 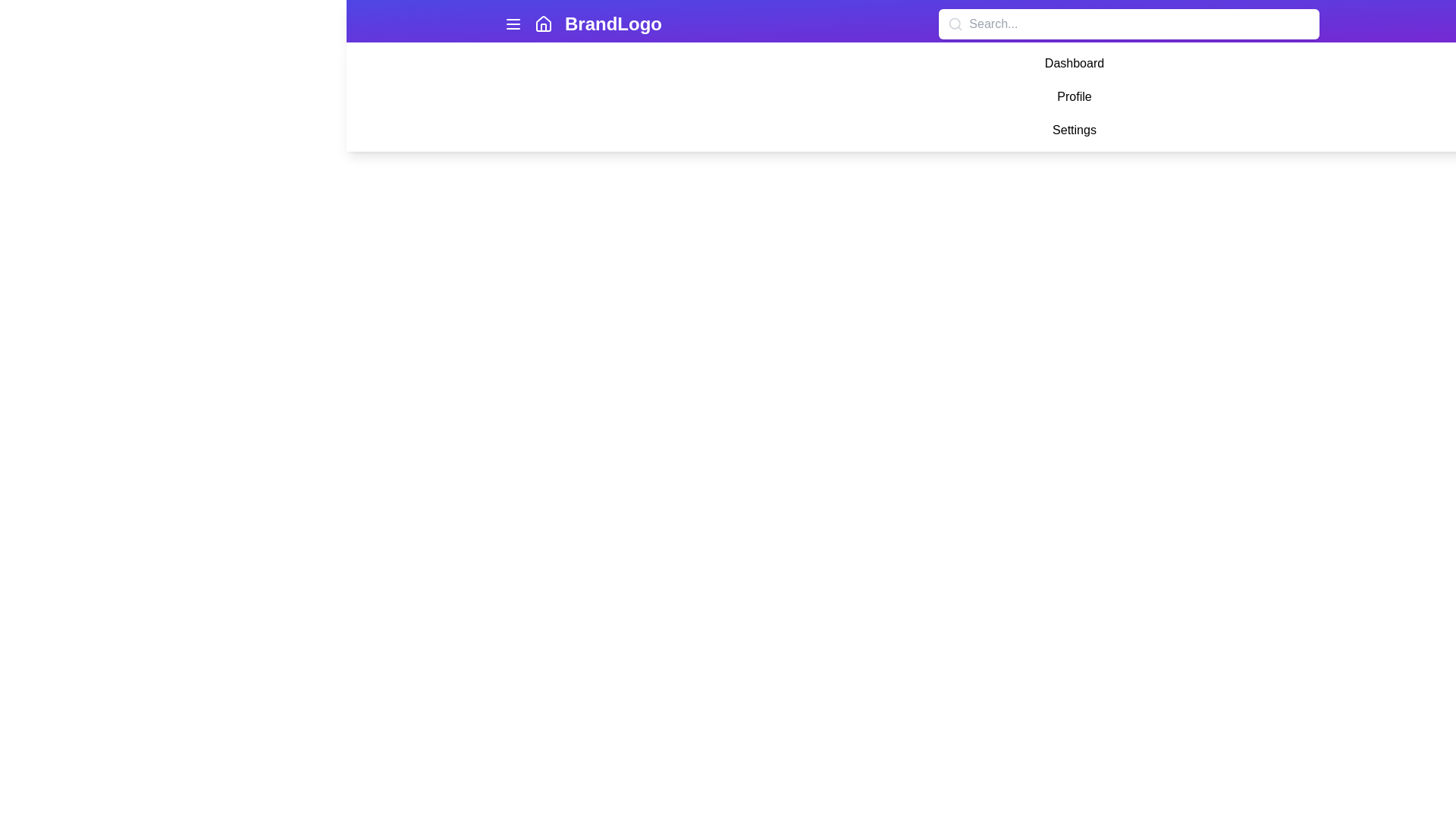 I want to click on the house-shaped icon located in the top navigation bar, adjacent to the 'BrandLogo' text, for interface recognition, so click(x=543, y=23).